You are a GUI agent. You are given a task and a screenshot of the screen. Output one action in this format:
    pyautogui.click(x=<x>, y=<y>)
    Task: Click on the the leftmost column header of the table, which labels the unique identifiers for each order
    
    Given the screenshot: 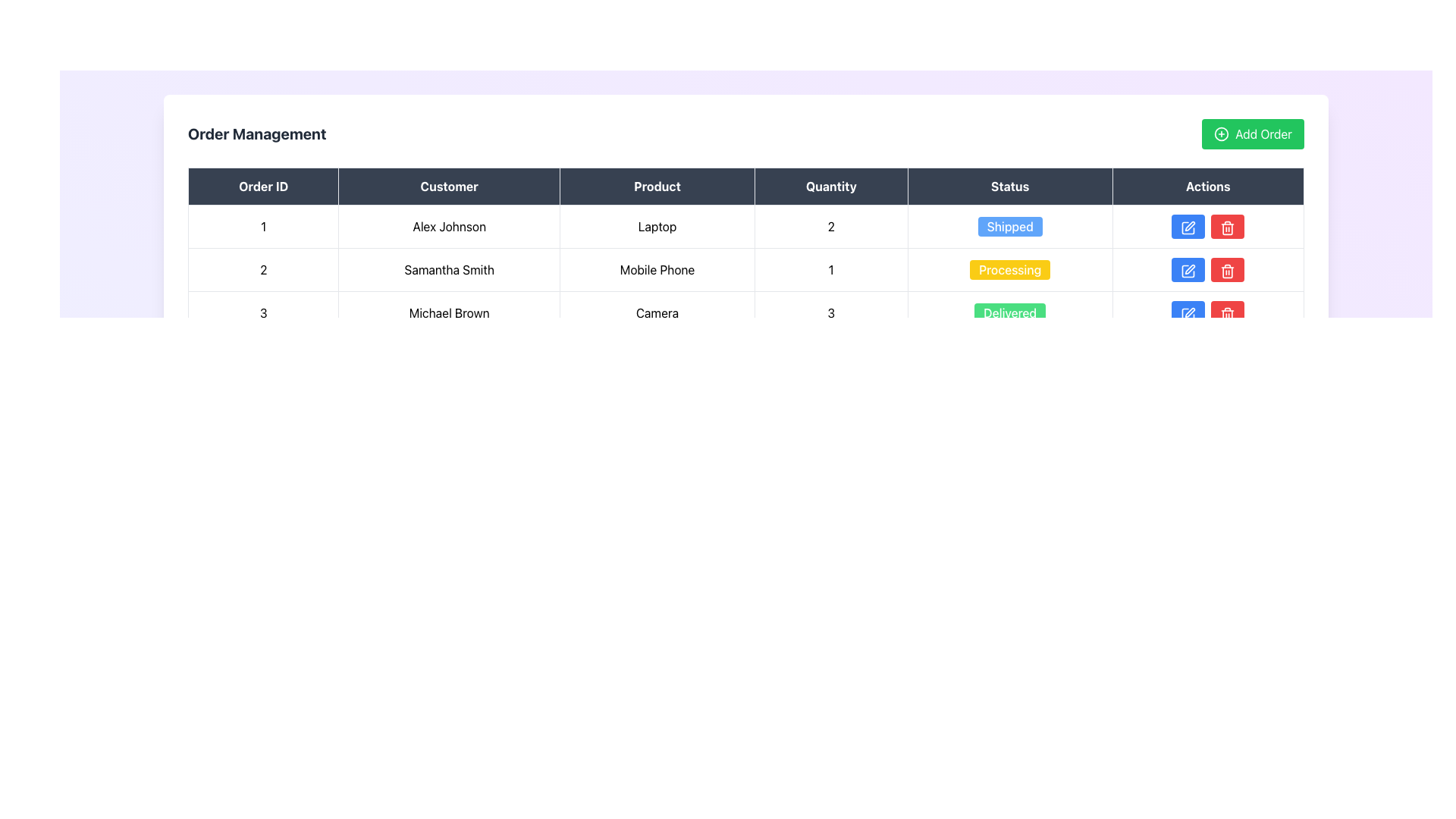 What is the action you would take?
    pyautogui.click(x=263, y=186)
    